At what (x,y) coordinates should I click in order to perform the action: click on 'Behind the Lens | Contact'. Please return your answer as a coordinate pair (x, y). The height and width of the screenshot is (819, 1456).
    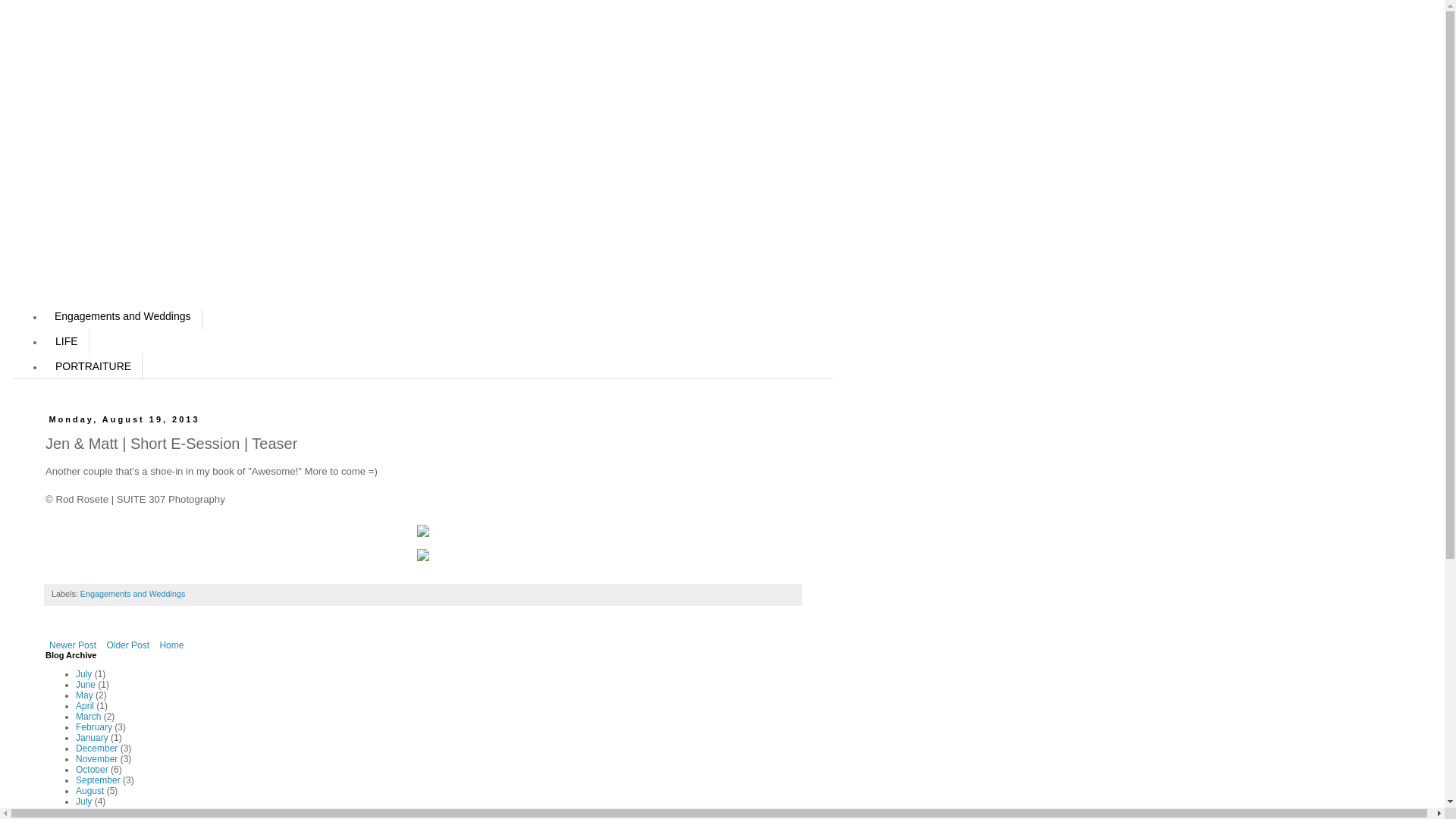
    Looking at the image, I should click on (116, 239).